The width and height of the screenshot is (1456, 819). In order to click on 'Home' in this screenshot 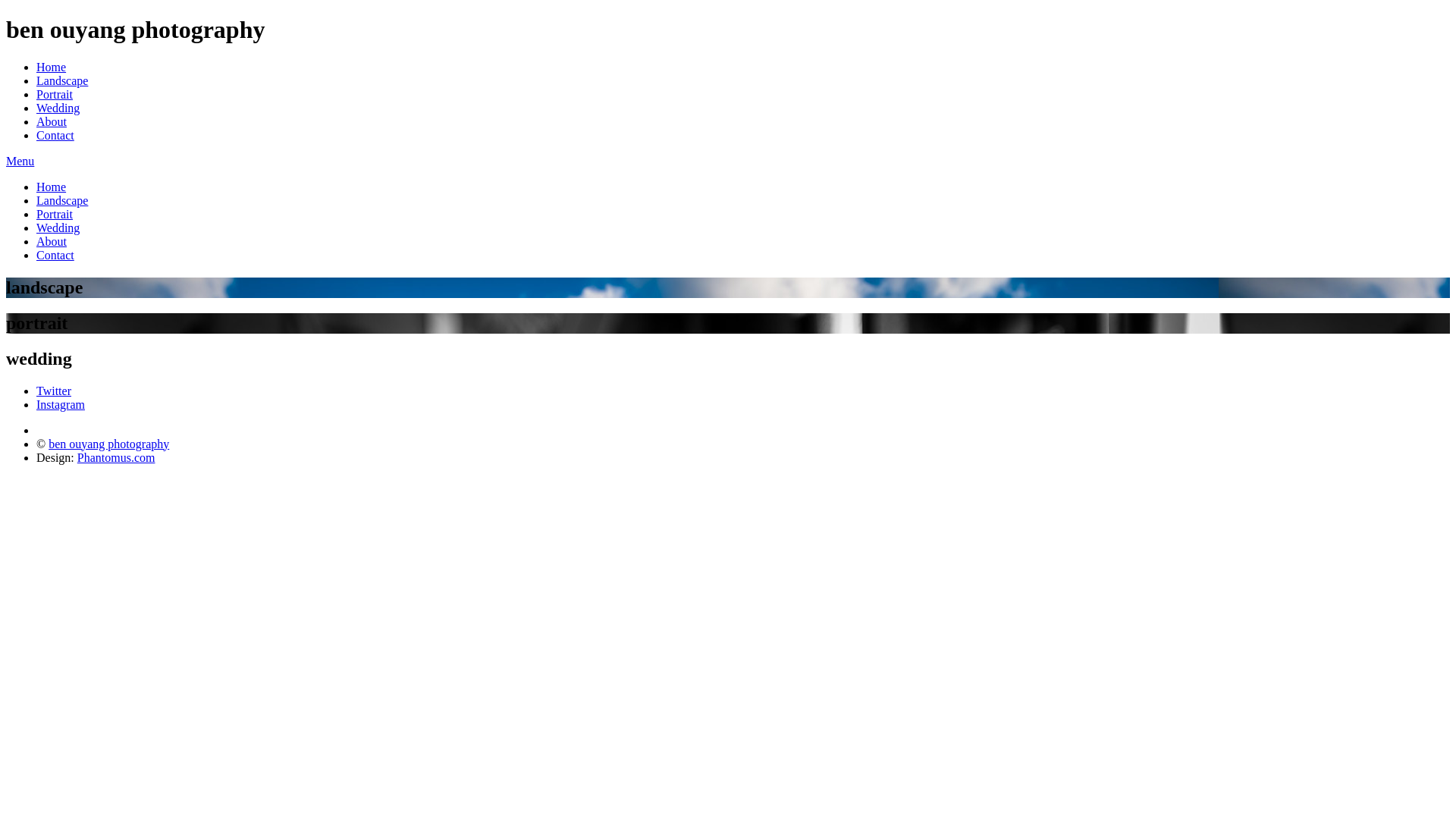, I will do `click(51, 186)`.